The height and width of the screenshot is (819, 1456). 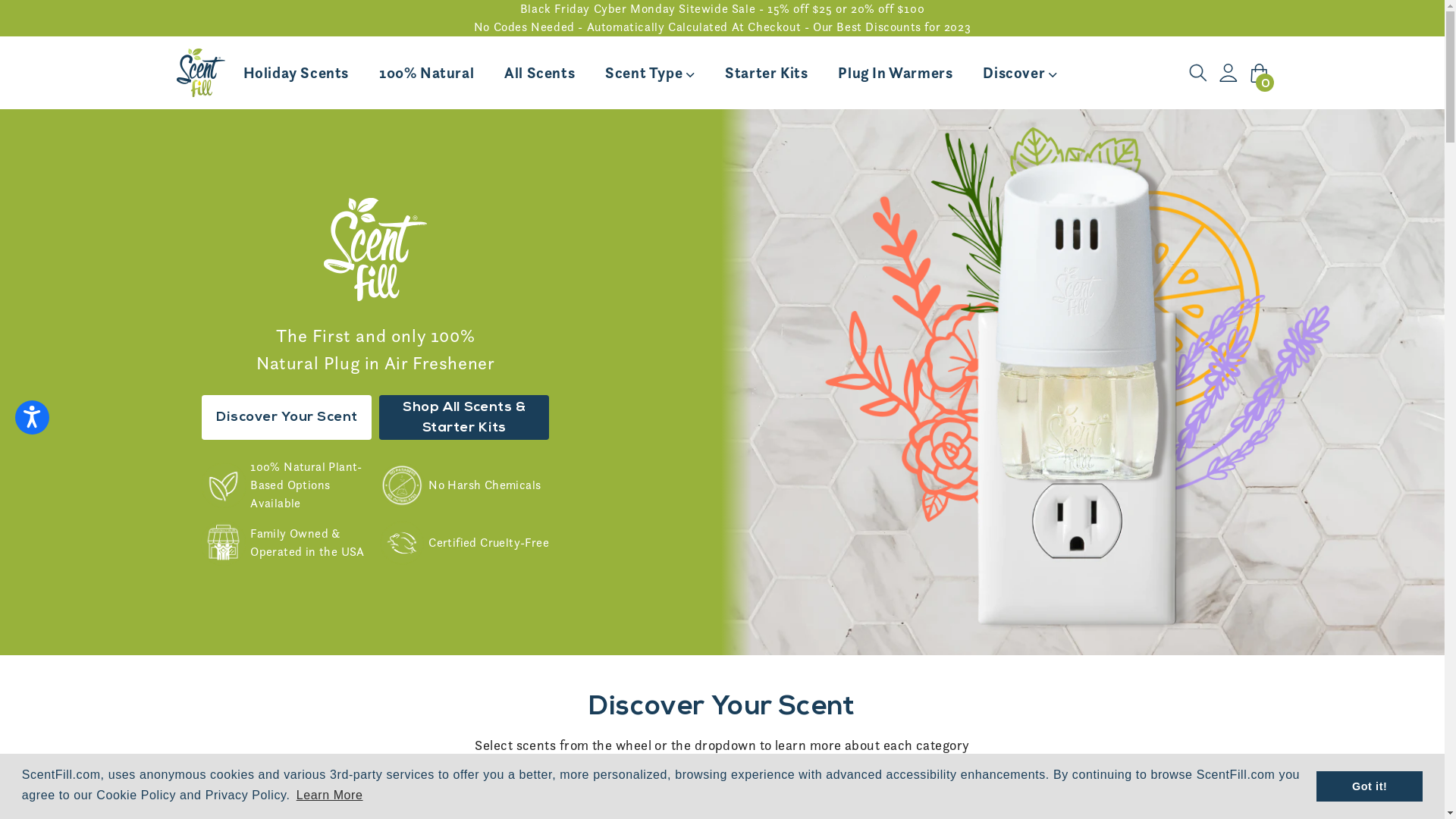 What do you see at coordinates (1259, 73) in the screenshot?
I see `'0'` at bounding box center [1259, 73].